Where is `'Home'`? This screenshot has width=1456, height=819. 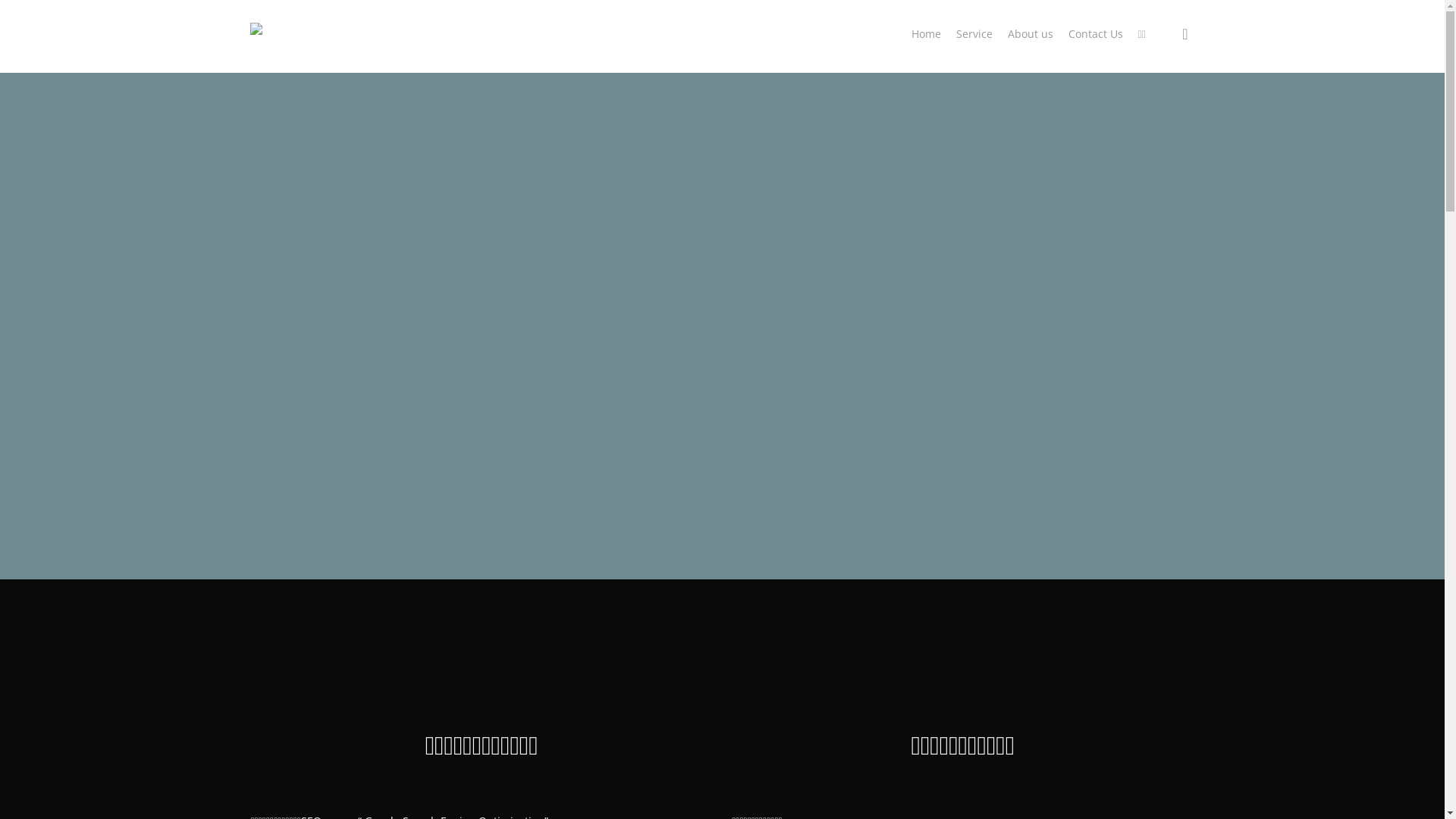
'Home' is located at coordinates (265, 46).